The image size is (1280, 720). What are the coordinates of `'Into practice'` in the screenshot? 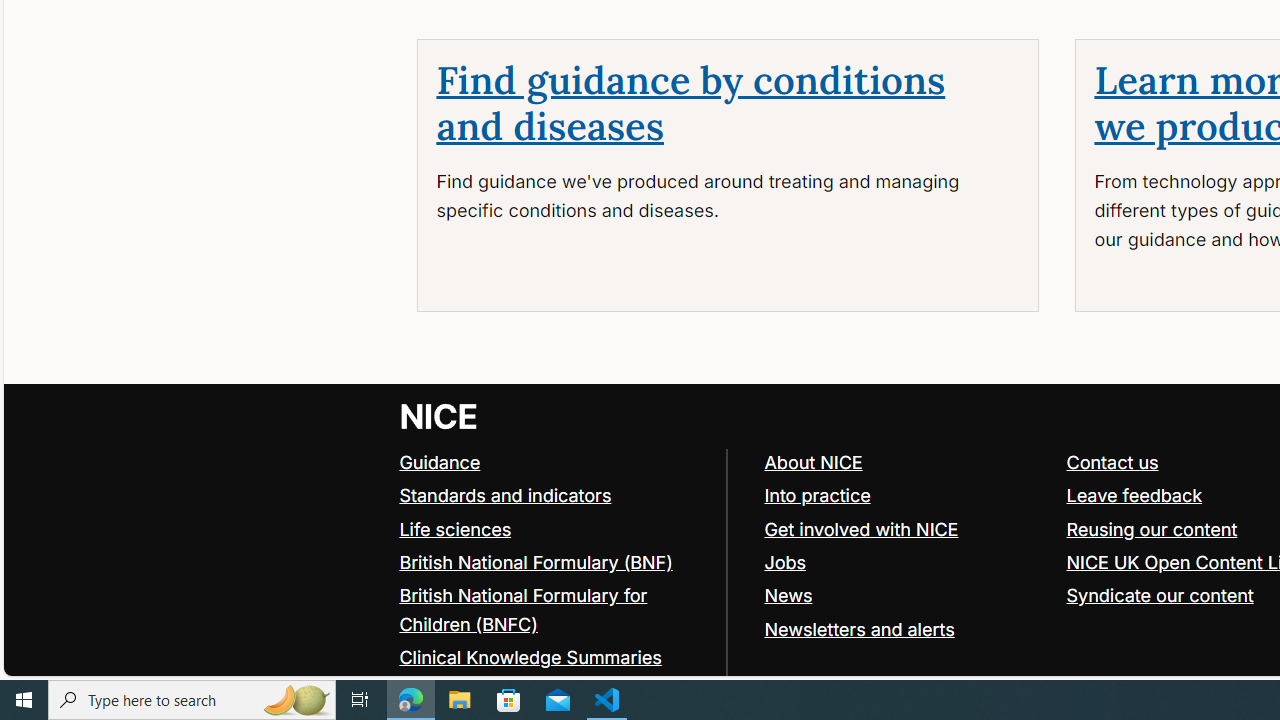 It's located at (817, 495).